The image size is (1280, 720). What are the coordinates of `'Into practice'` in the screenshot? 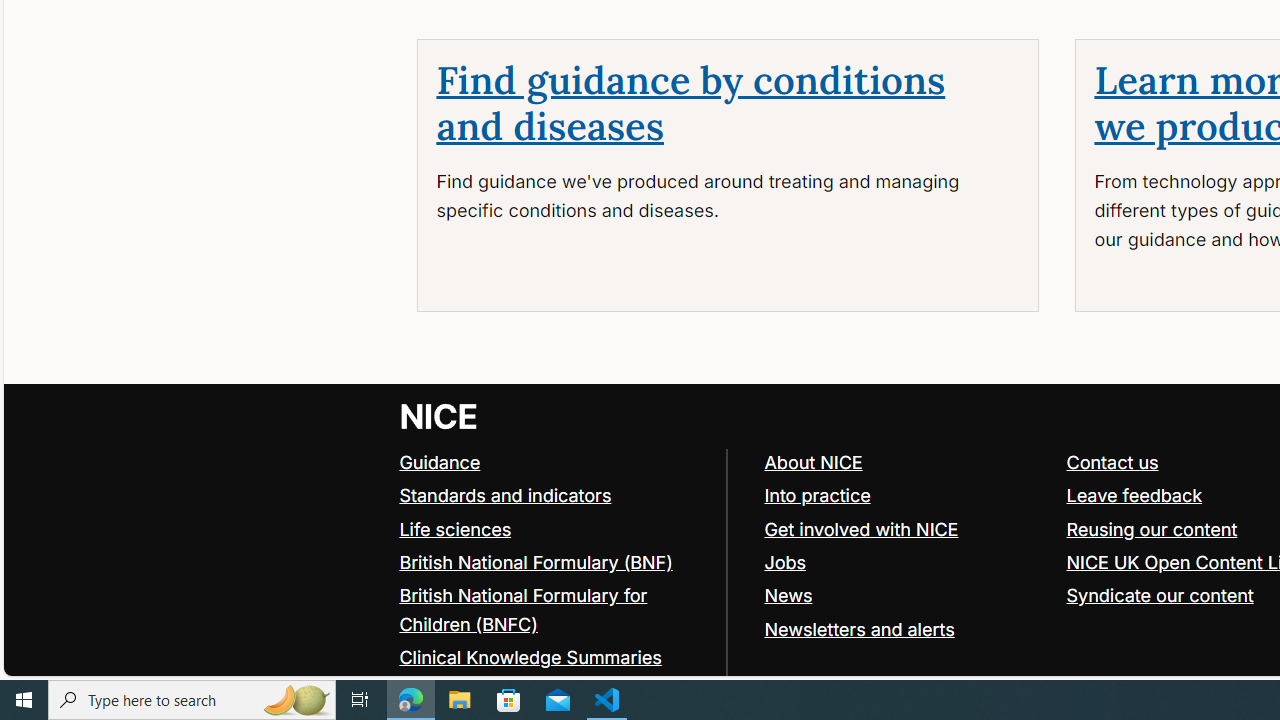 It's located at (817, 495).